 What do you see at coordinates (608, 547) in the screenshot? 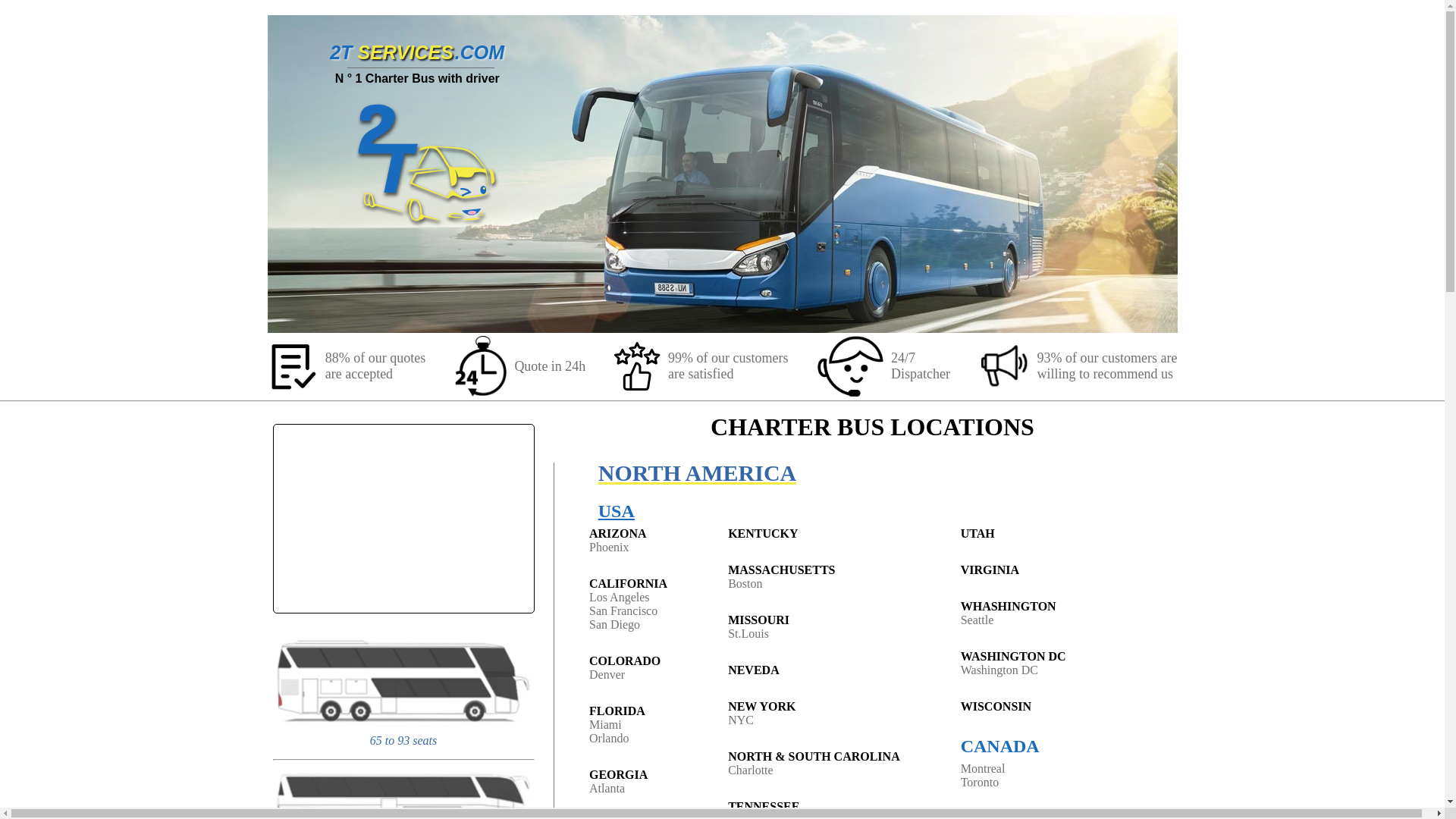
I see `'Phoenix'` at bounding box center [608, 547].